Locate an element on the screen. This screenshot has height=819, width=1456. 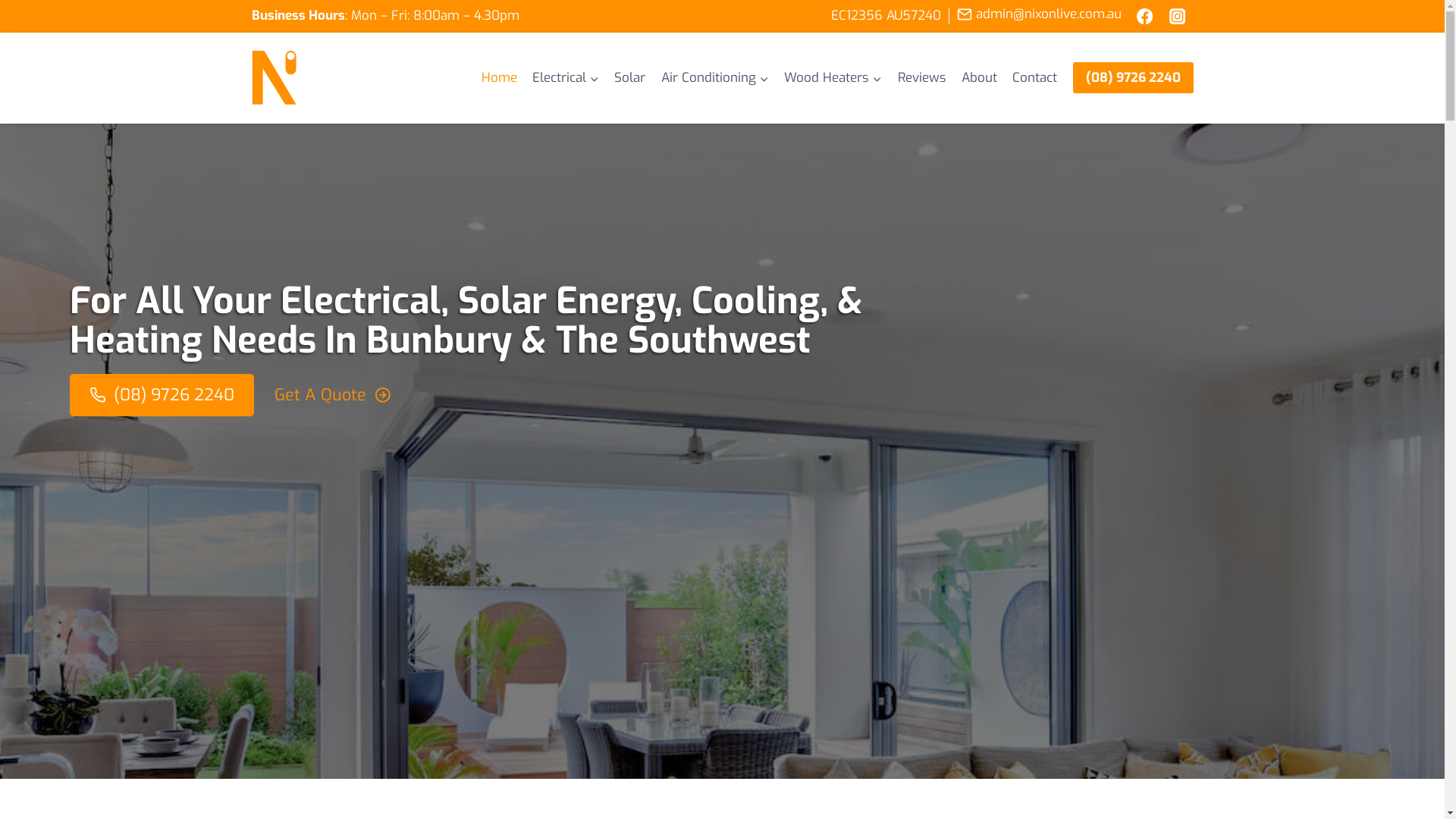
'Contact' is located at coordinates (1034, 77).